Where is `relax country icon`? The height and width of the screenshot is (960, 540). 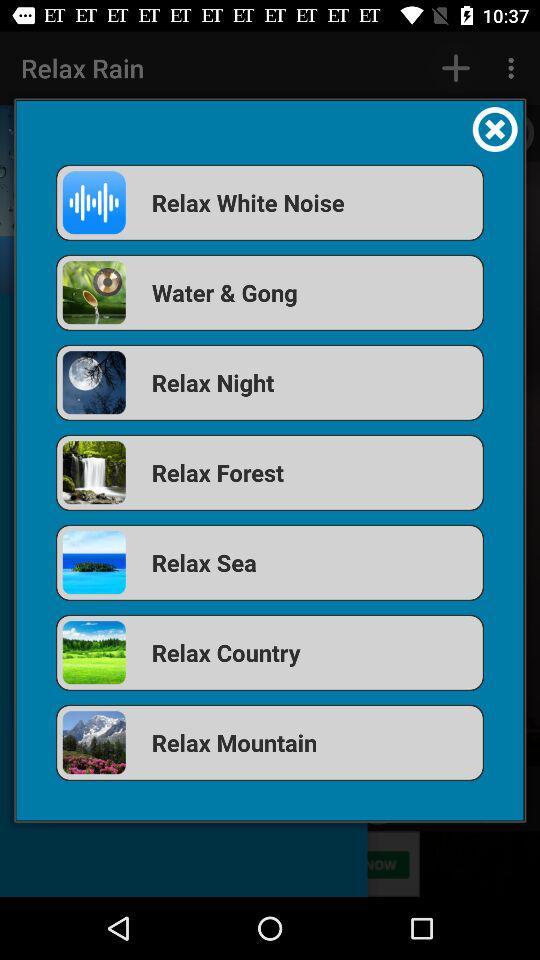
relax country icon is located at coordinates (270, 651).